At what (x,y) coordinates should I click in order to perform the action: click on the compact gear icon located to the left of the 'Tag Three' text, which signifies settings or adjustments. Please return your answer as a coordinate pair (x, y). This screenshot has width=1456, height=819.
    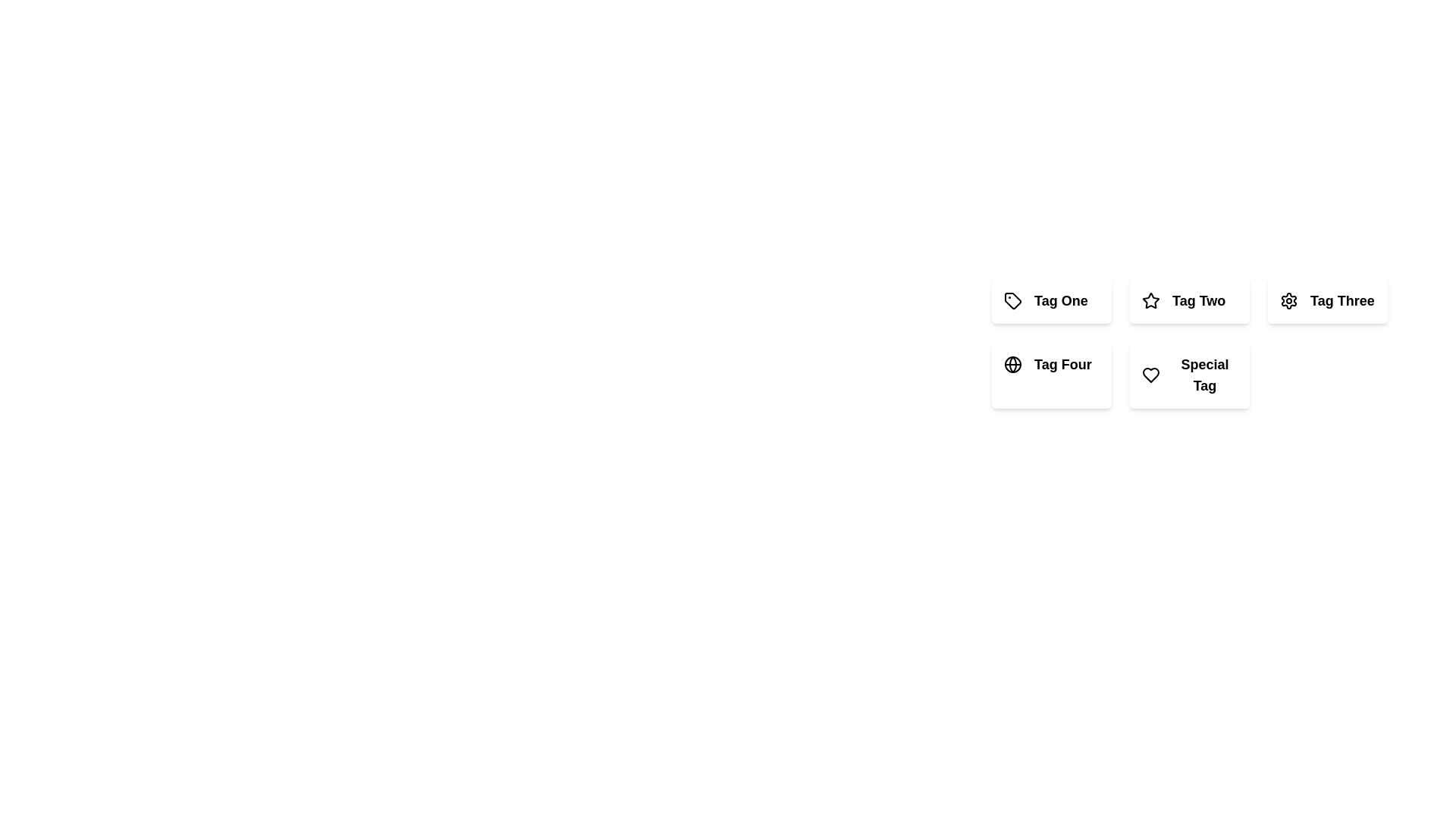
    Looking at the image, I should click on (1288, 301).